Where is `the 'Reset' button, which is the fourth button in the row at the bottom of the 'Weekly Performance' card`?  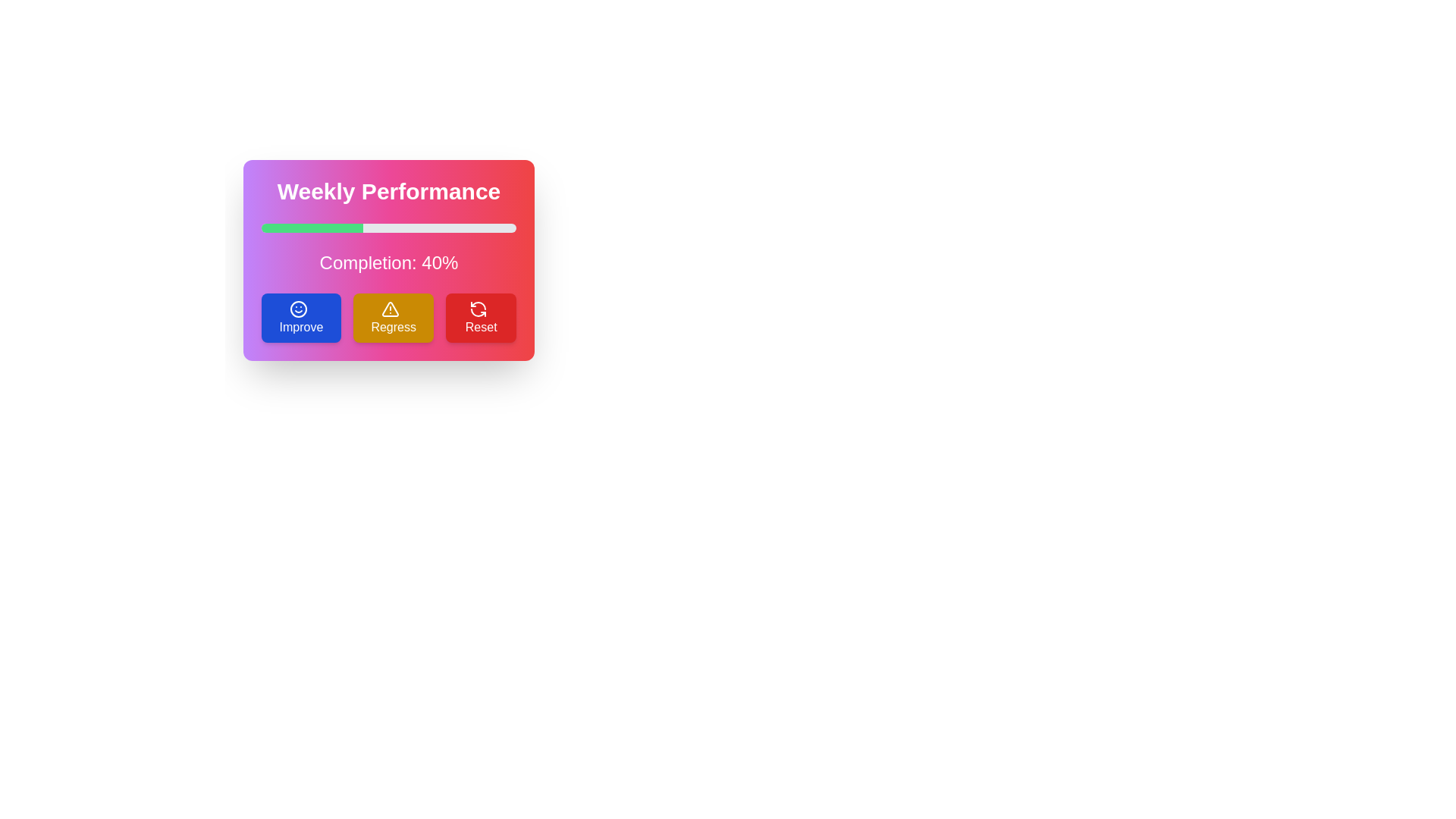
the 'Reset' button, which is the fourth button in the row at the bottom of the 'Weekly Performance' card is located at coordinates (477, 308).